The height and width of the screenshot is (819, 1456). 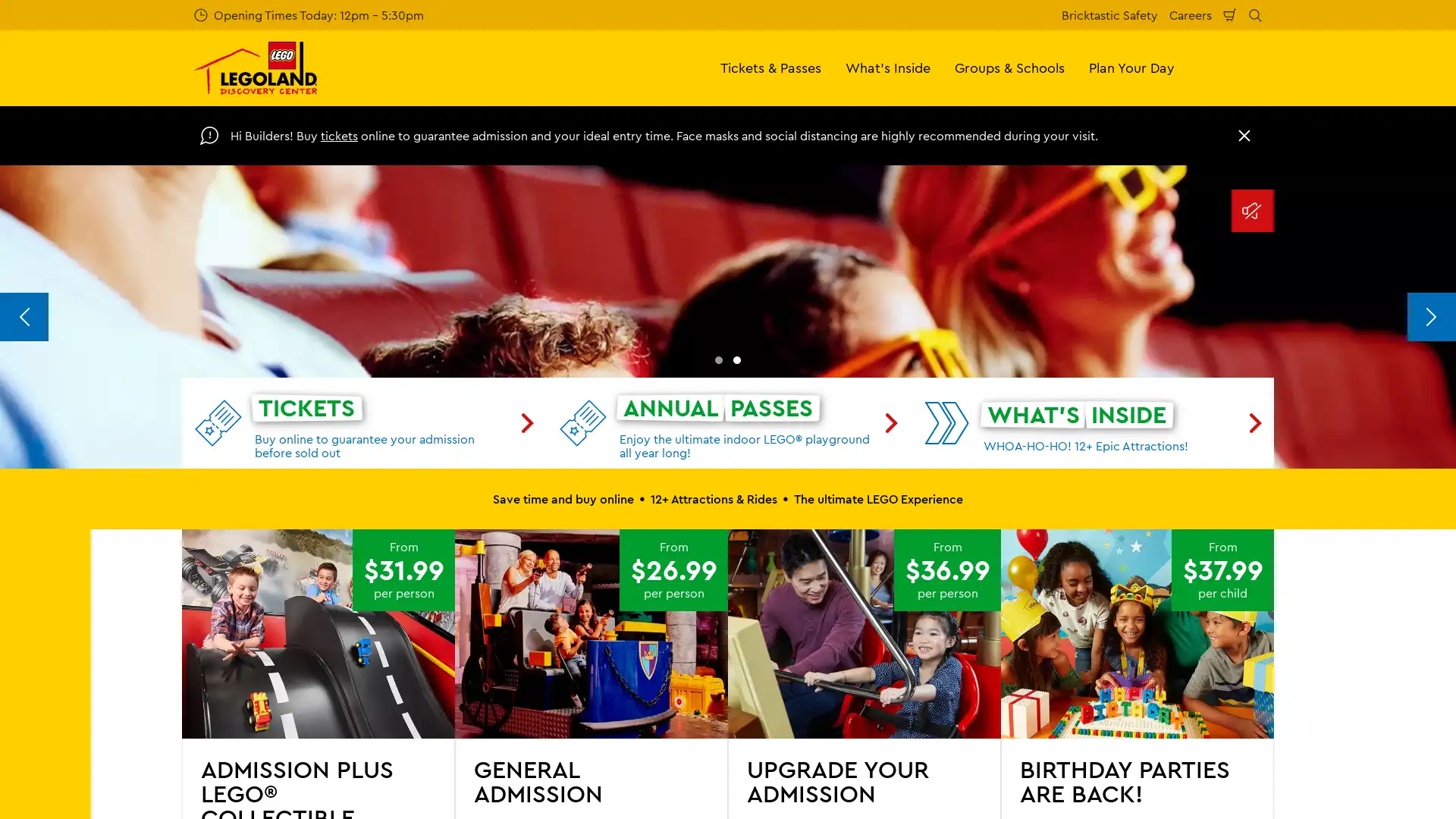 What do you see at coordinates (736, 646) in the screenshot?
I see `Go to slide 2` at bounding box center [736, 646].